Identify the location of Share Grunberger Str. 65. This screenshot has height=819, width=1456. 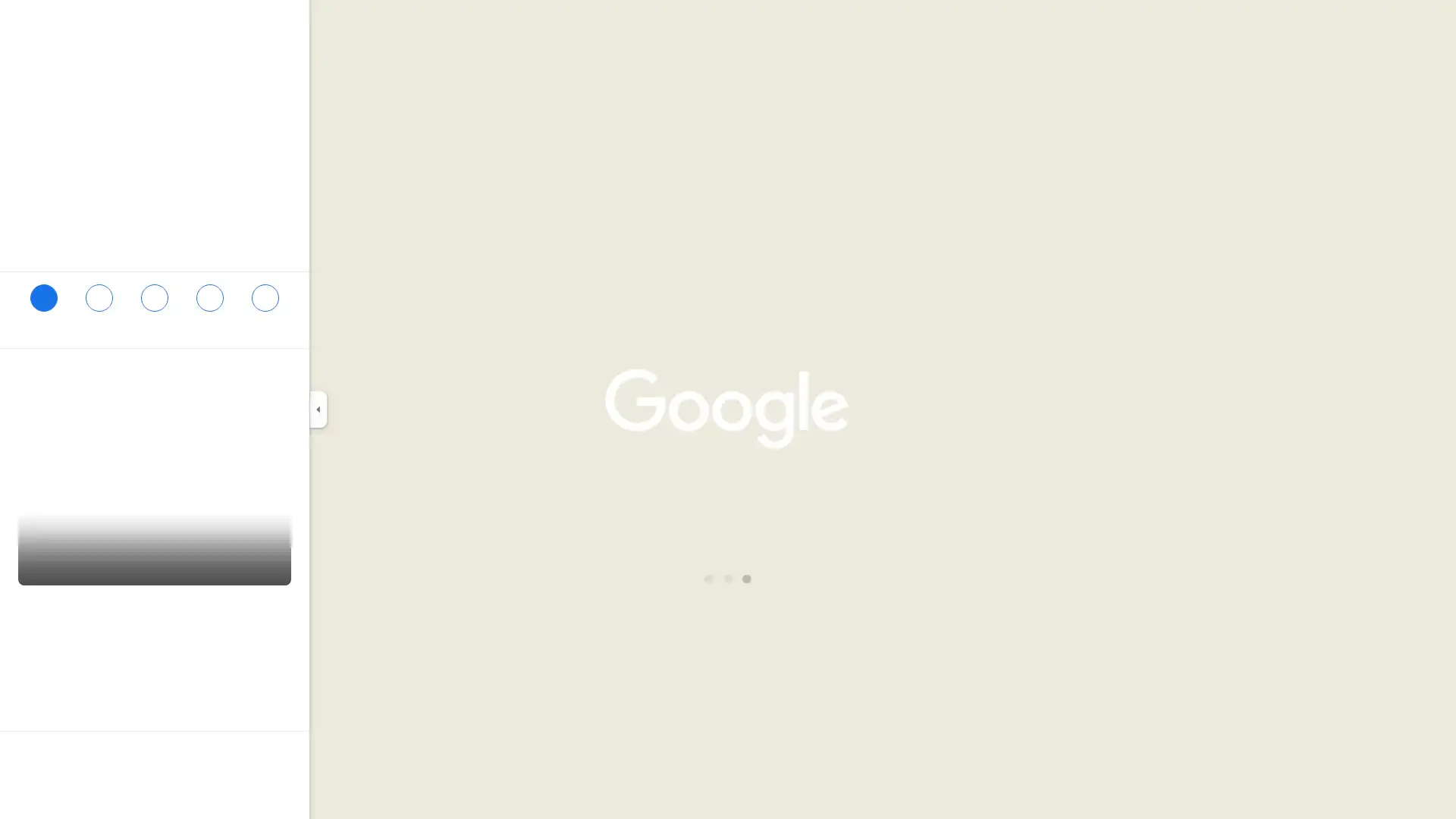
(265, 304).